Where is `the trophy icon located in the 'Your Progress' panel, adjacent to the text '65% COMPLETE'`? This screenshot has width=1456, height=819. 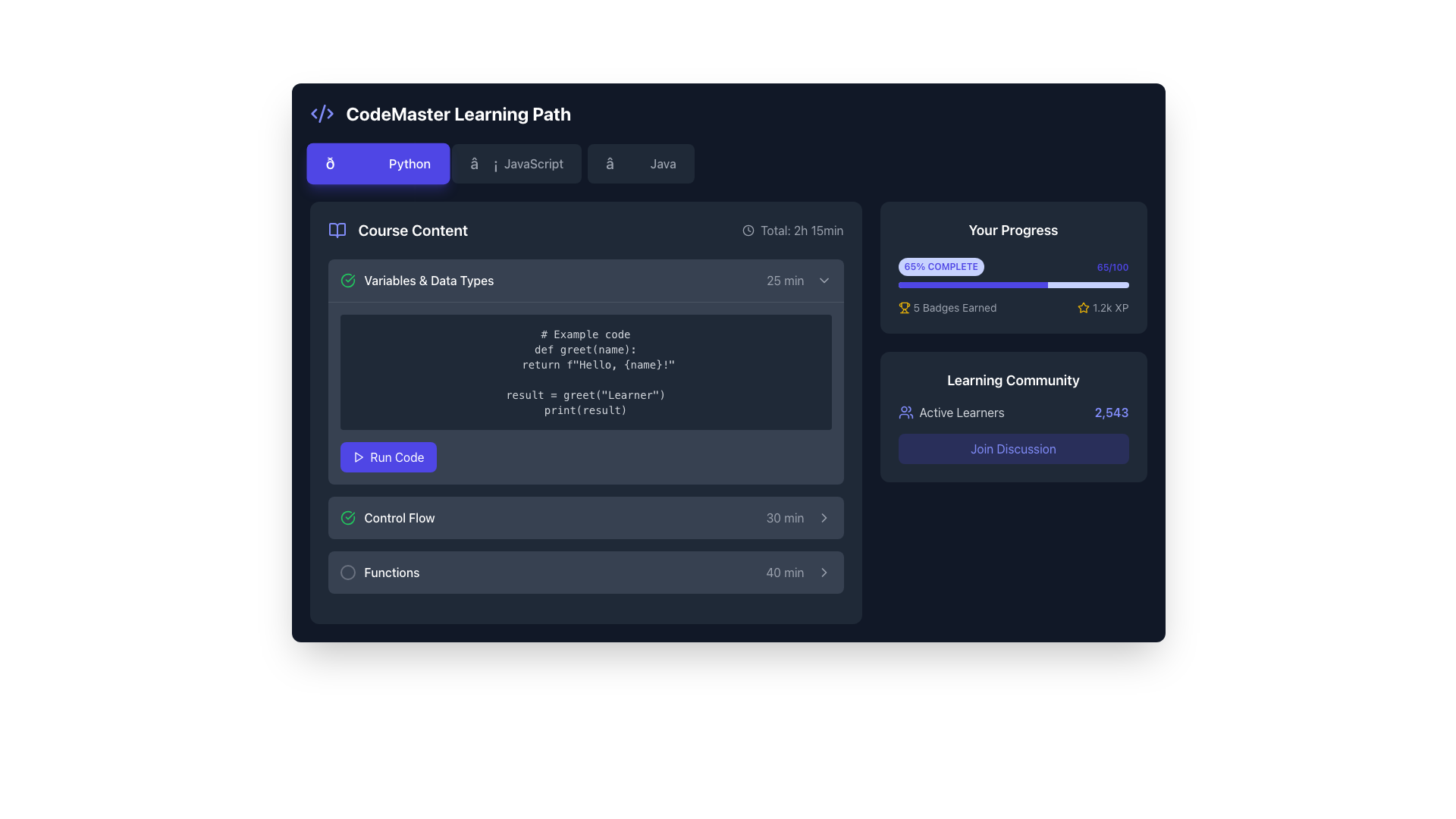 the trophy icon located in the 'Your Progress' panel, adjacent to the text '65% COMPLETE' is located at coordinates (904, 306).